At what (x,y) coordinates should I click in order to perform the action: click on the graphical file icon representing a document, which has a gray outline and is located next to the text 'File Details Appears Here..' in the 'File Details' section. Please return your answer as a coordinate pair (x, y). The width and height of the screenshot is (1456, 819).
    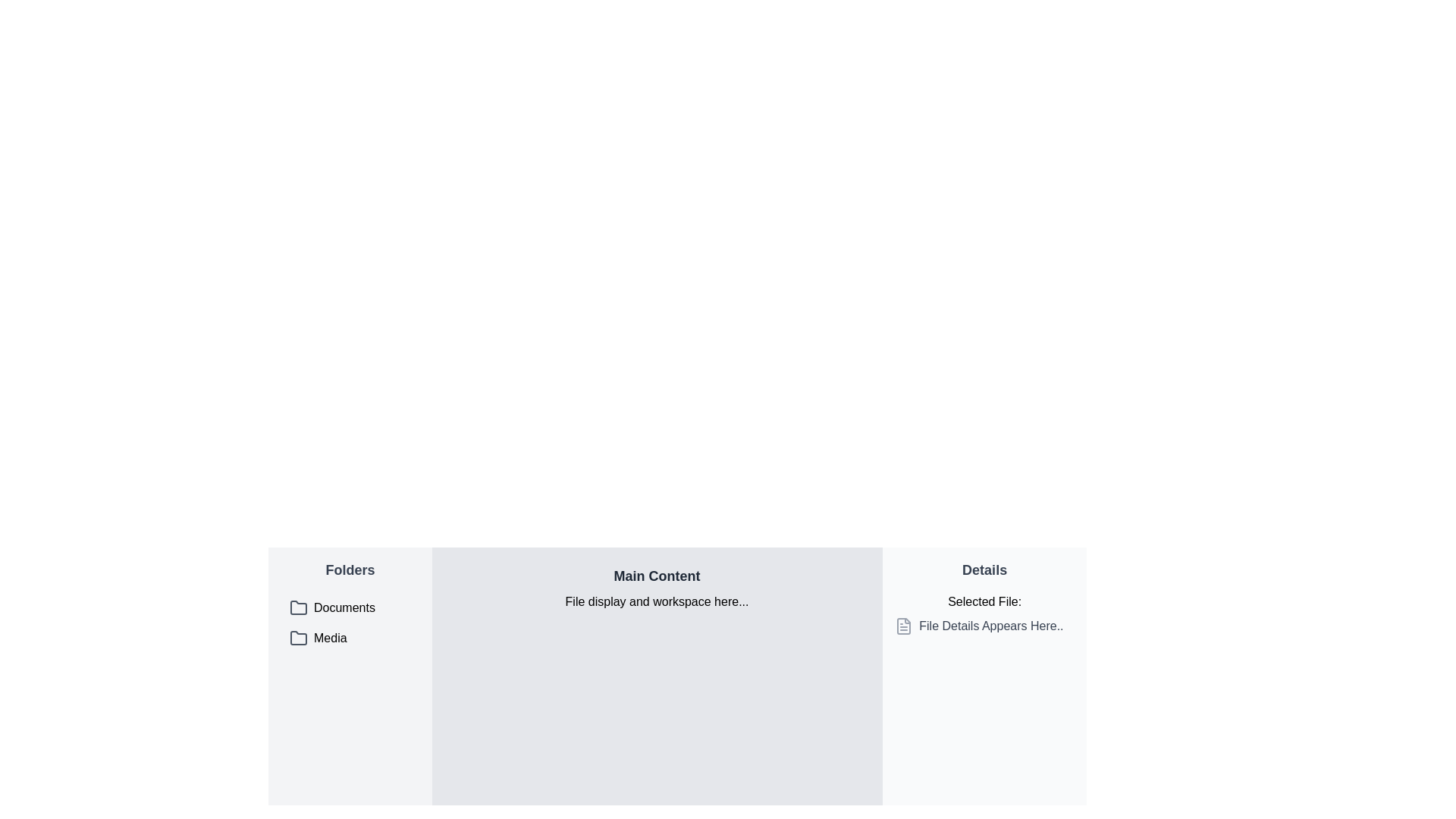
    Looking at the image, I should click on (904, 626).